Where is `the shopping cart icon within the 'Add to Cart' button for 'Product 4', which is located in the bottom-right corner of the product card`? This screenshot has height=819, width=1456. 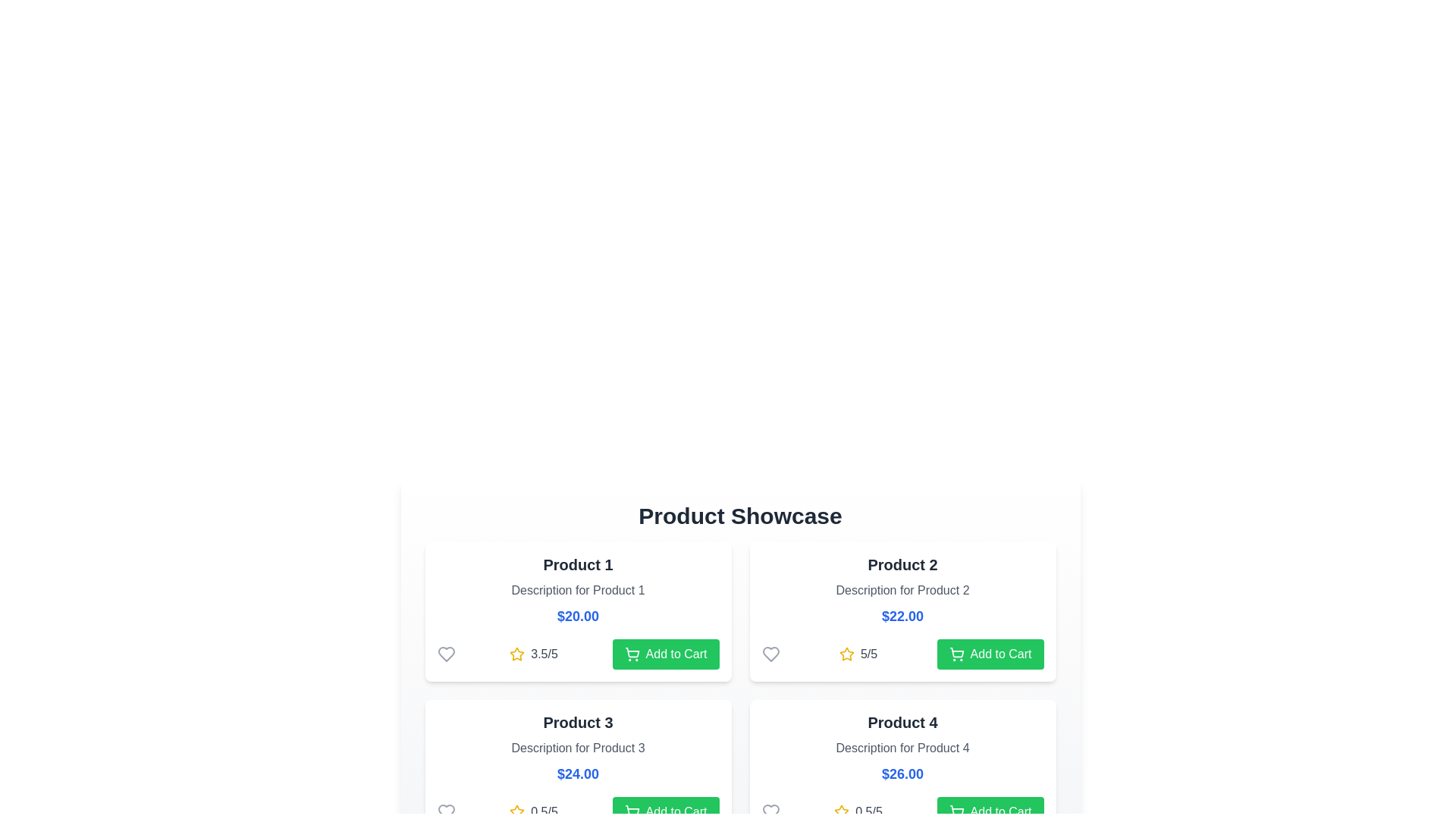
the shopping cart icon within the 'Add to Cart' button for 'Product 4', which is located in the bottom-right corner of the product card is located at coordinates (955, 809).